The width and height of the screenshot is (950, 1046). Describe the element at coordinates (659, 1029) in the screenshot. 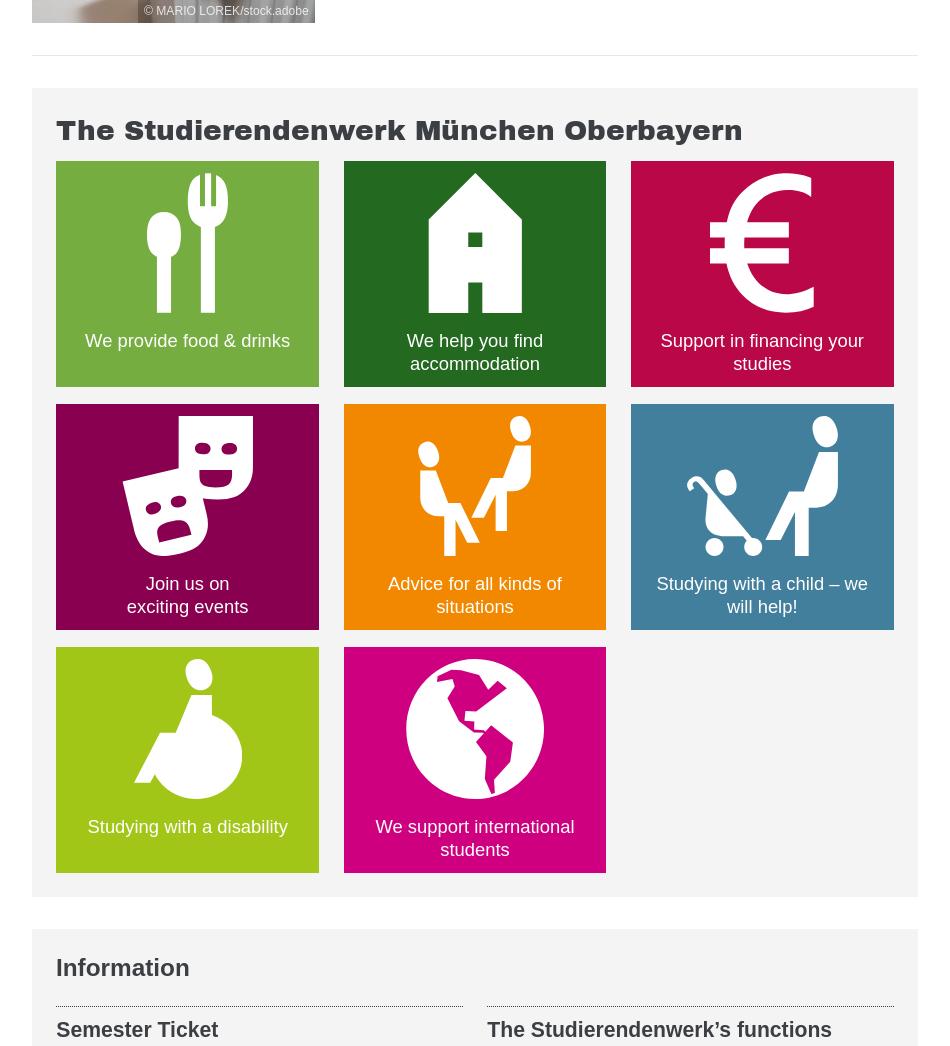

I see `'The Studierendenwerk’s functions'` at that location.